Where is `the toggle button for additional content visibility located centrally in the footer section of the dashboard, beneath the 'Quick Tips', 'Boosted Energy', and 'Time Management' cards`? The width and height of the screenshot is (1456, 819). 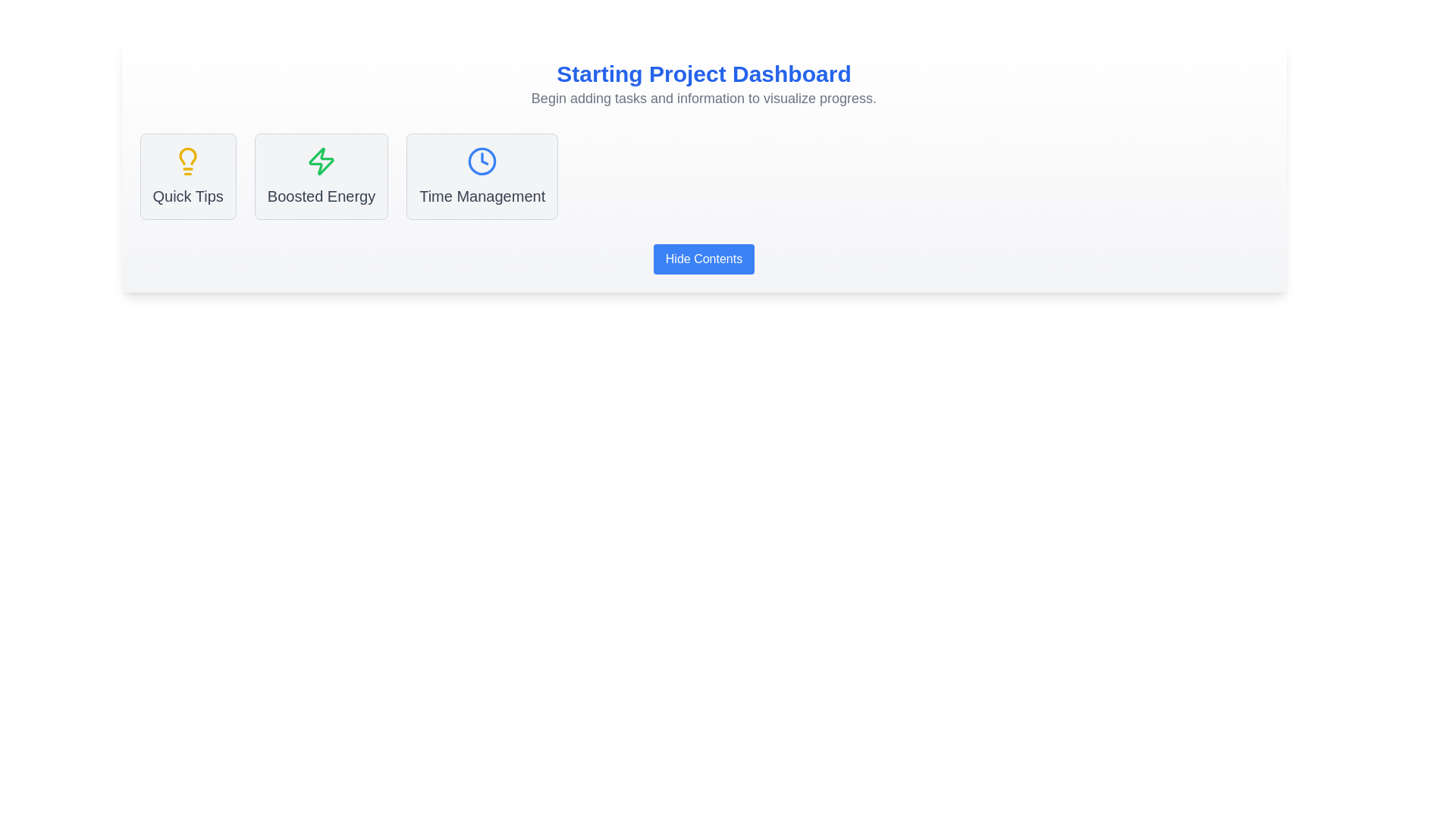
the toggle button for additional content visibility located centrally in the footer section of the dashboard, beneath the 'Quick Tips', 'Boosted Energy', and 'Time Management' cards is located at coordinates (703, 259).